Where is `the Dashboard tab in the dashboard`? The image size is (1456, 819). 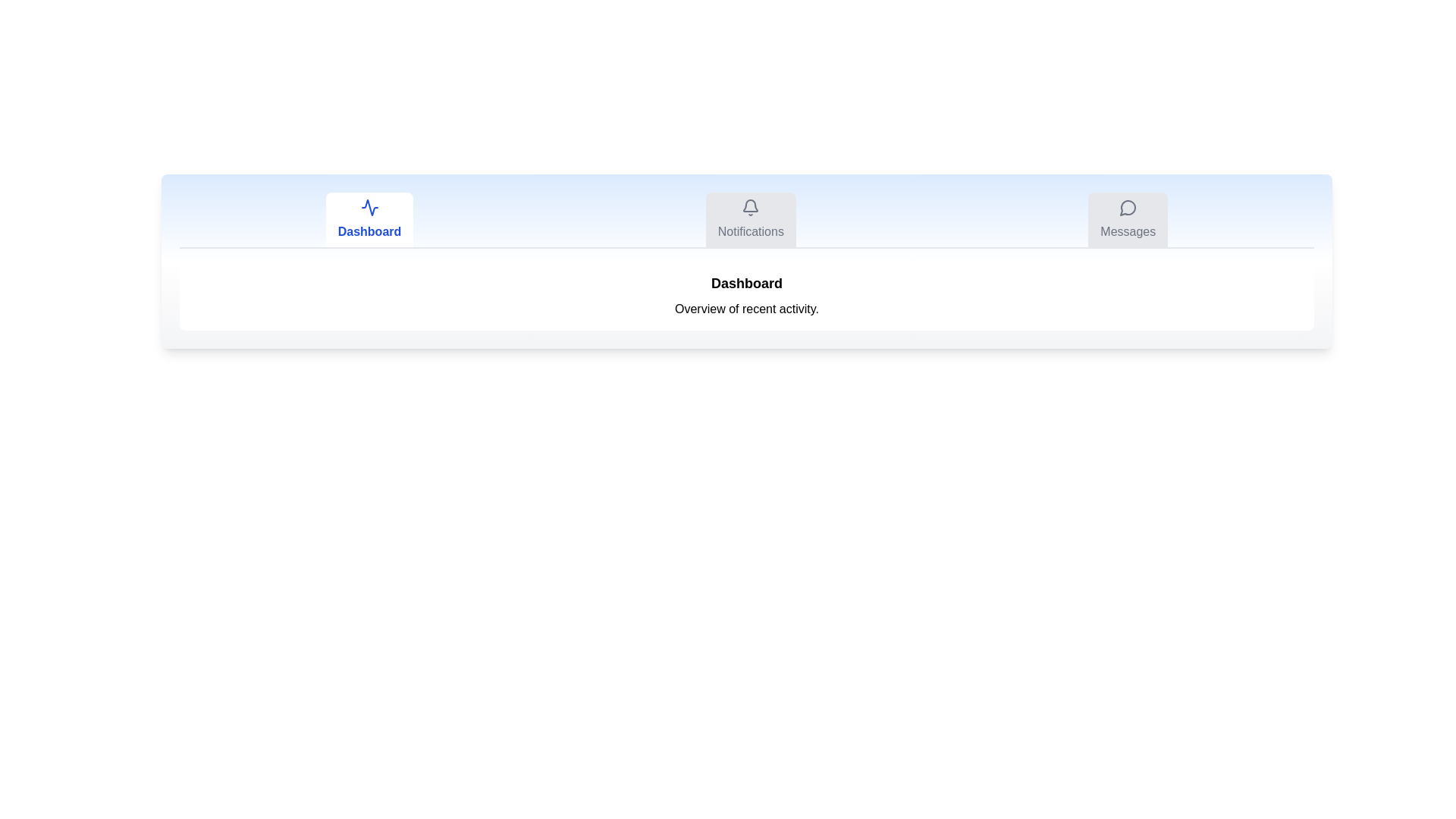 the Dashboard tab in the dashboard is located at coordinates (369, 219).